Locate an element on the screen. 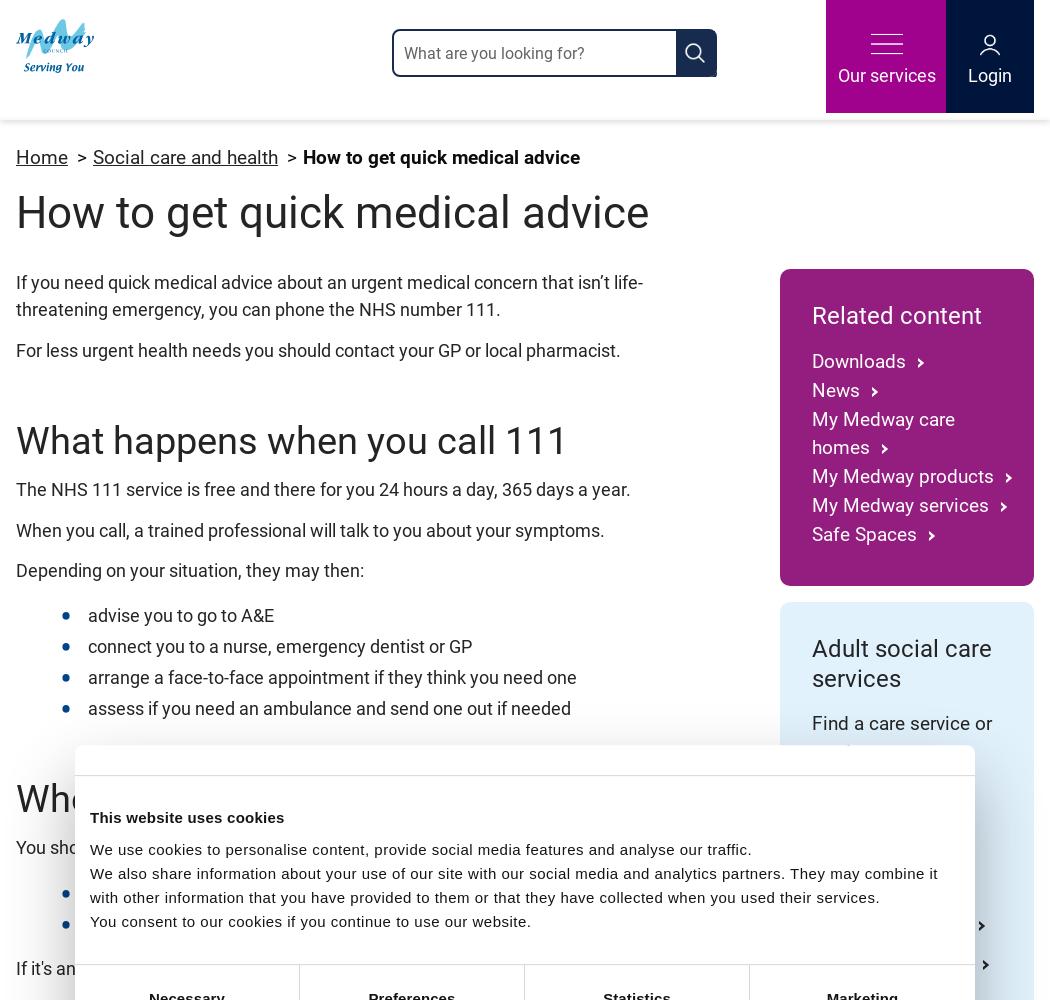 This screenshot has height=1000, width=1050. 'News' is located at coordinates (810, 389).